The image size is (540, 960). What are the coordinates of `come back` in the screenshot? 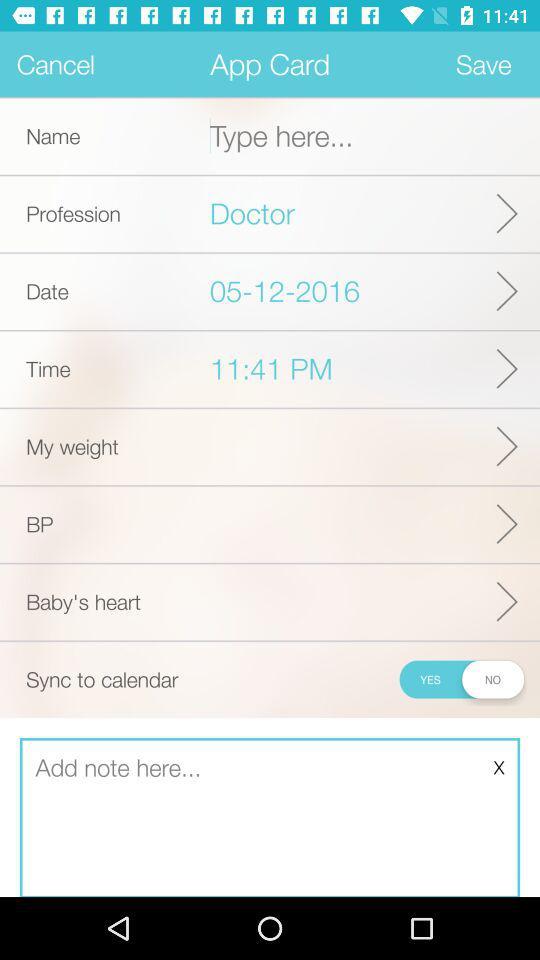 It's located at (270, 818).